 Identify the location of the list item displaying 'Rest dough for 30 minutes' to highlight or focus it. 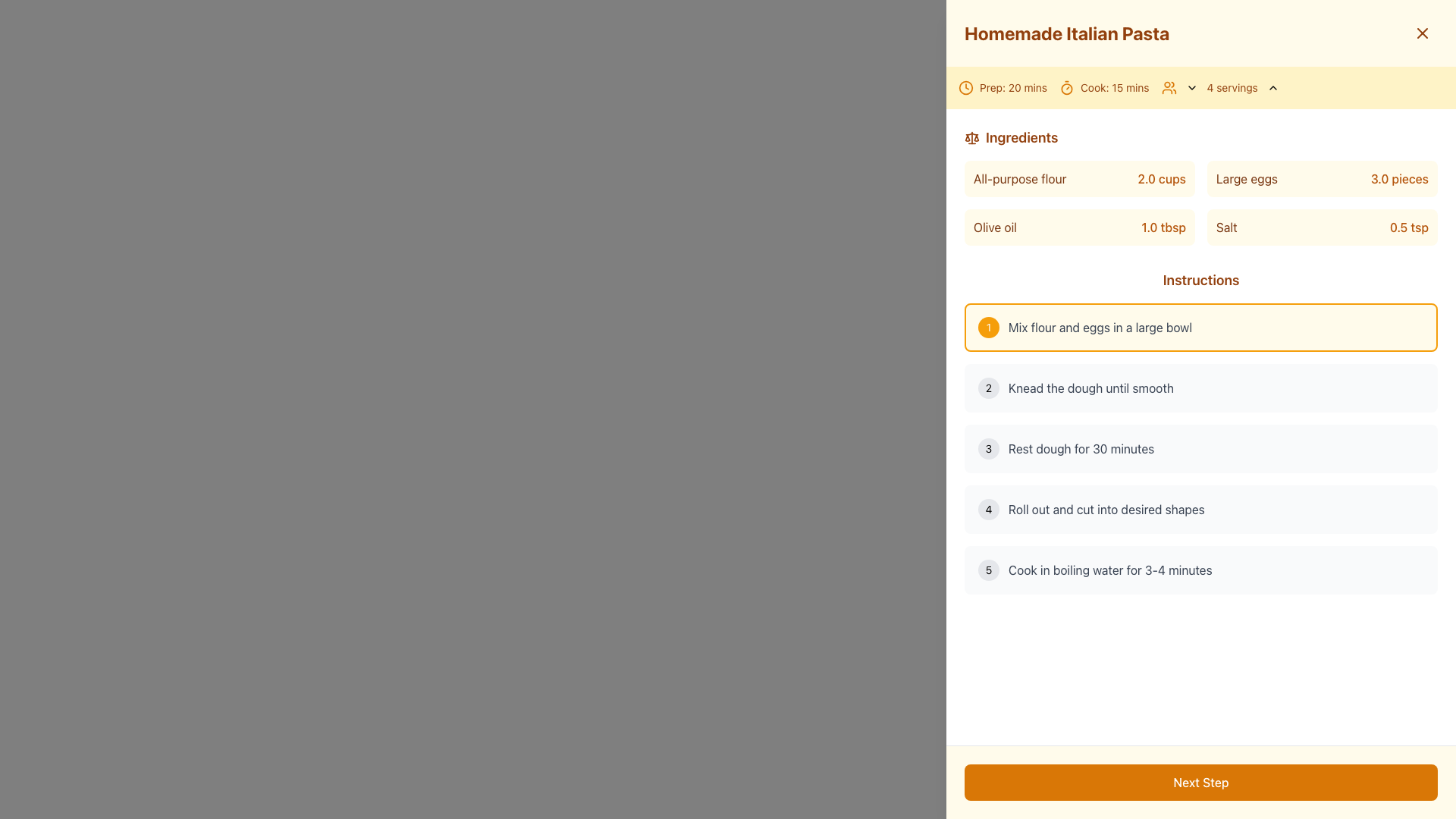
(1200, 447).